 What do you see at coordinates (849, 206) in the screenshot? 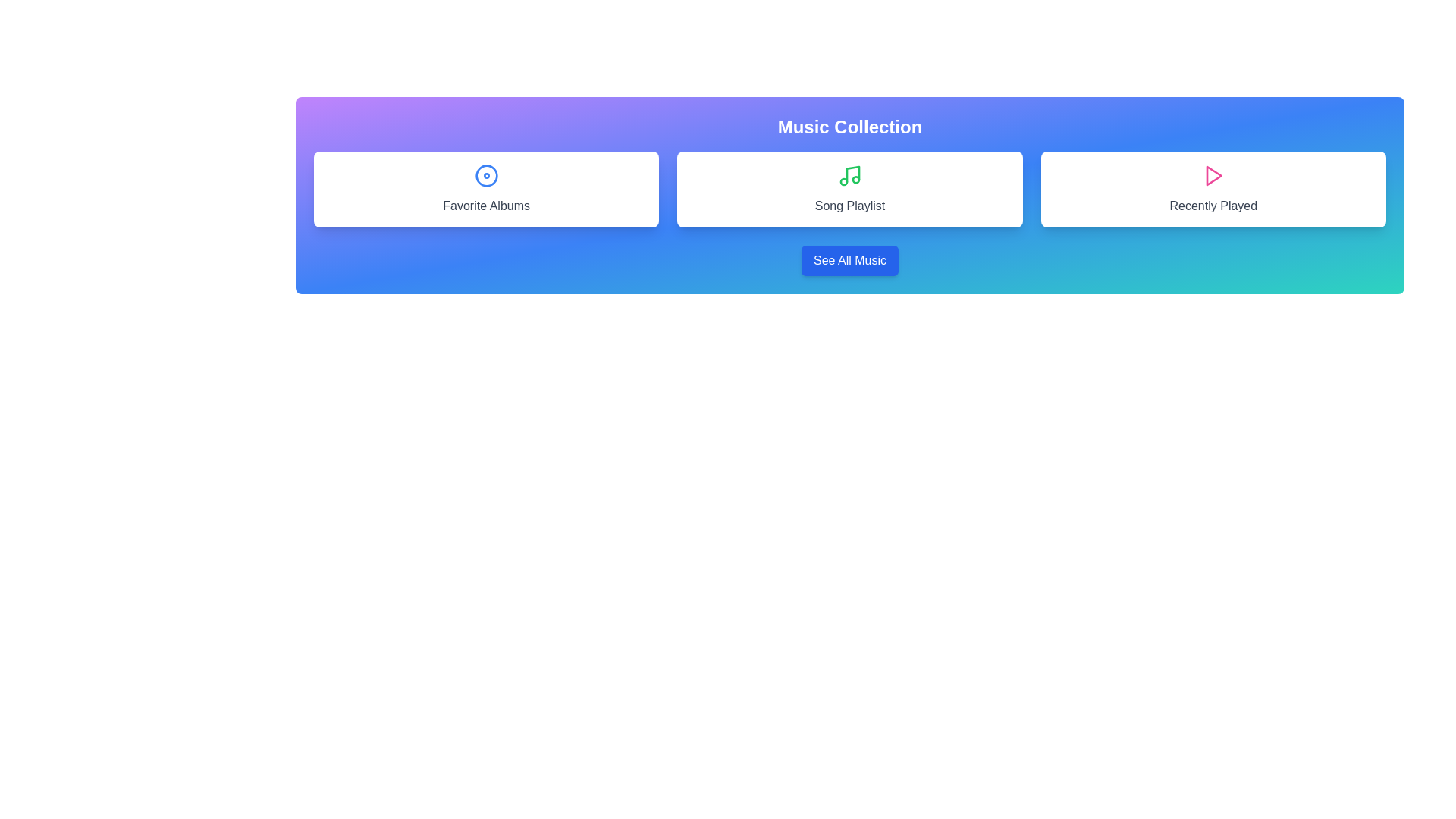
I see `the Text Label located at the bottom center of the middle card in a three-card layout, which provides a title or summary related to playlists` at bounding box center [849, 206].